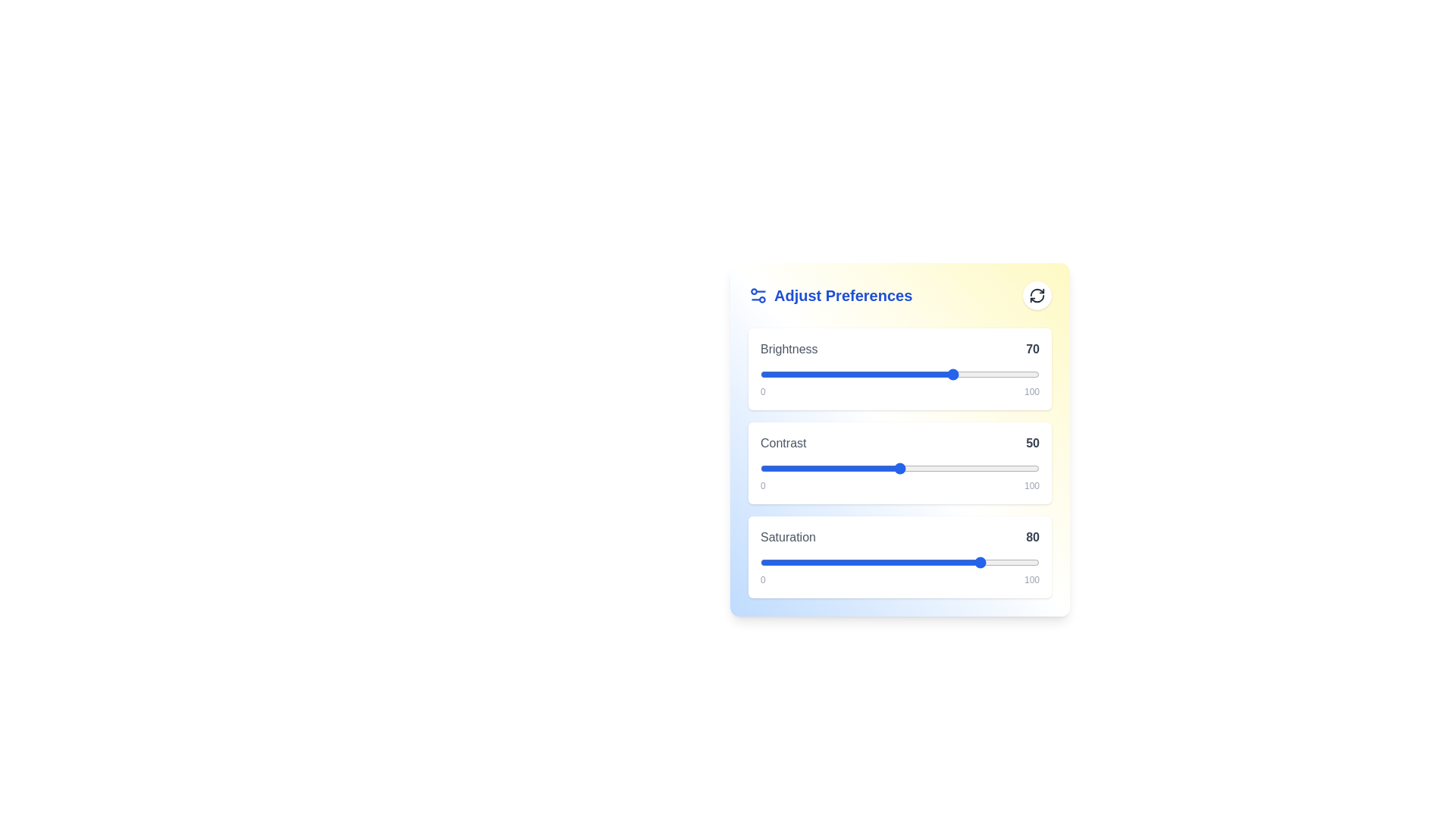 The width and height of the screenshot is (1456, 819). What do you see at coordinates (899, 562) in the screenshot?
I see `saturation level` at bounding box center [899, 562].